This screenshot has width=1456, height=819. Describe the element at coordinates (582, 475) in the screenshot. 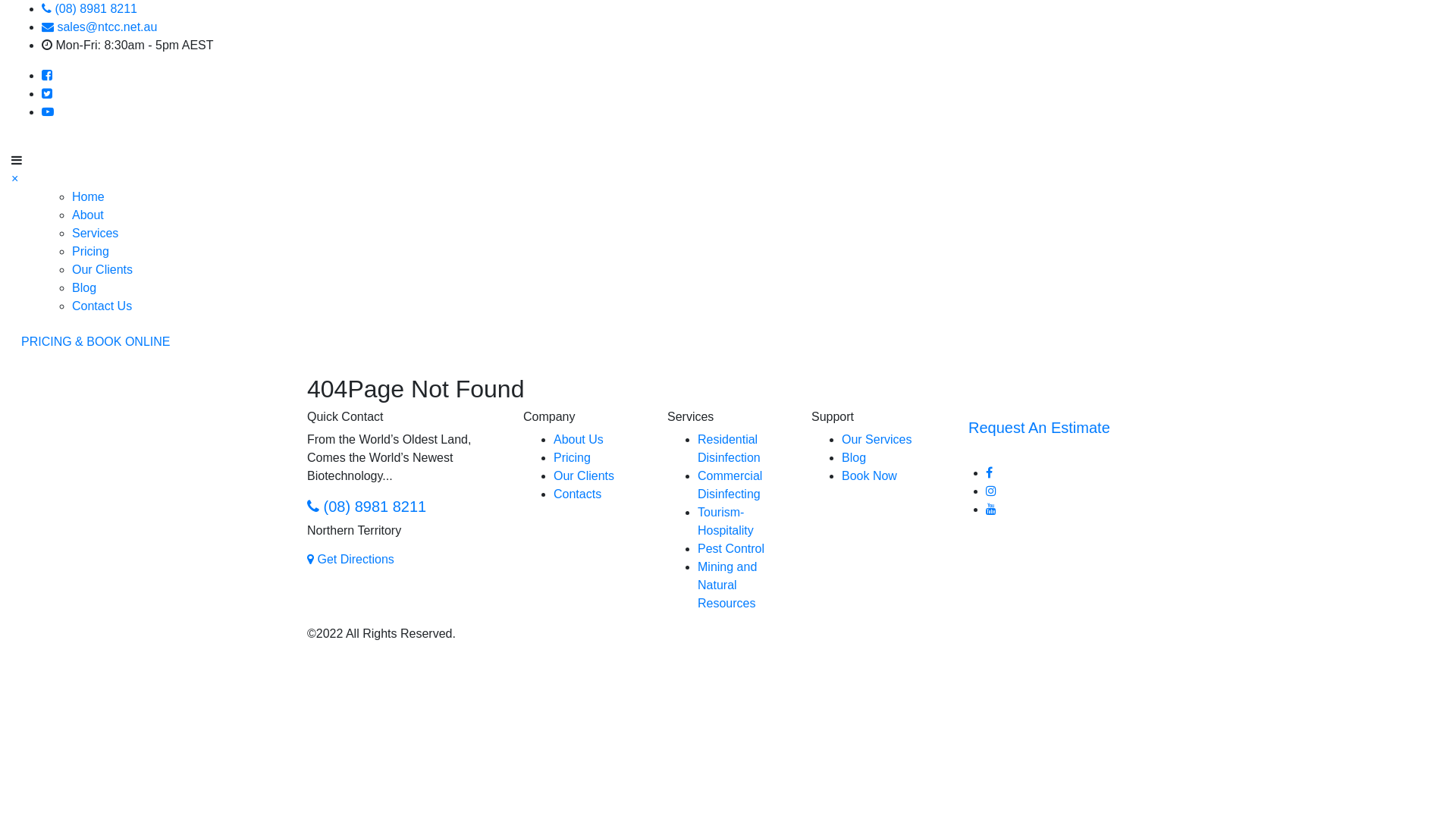

I see `'Our Clients'` at that location.